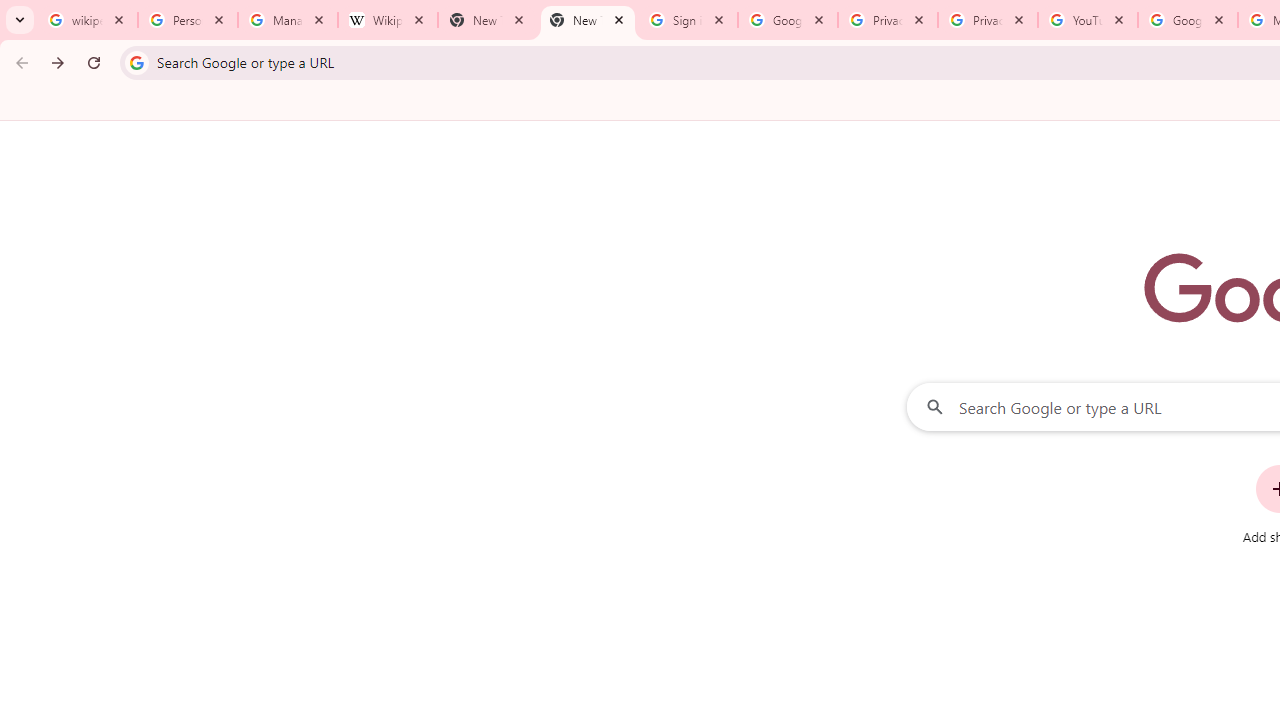 Image resolution: width=1280 pixels, height=720 pixels. Describe the element at coordinates (387, 20) in the screenshot. I see `'Wikipedia:Edit requests - Wikipedia'` at that location.